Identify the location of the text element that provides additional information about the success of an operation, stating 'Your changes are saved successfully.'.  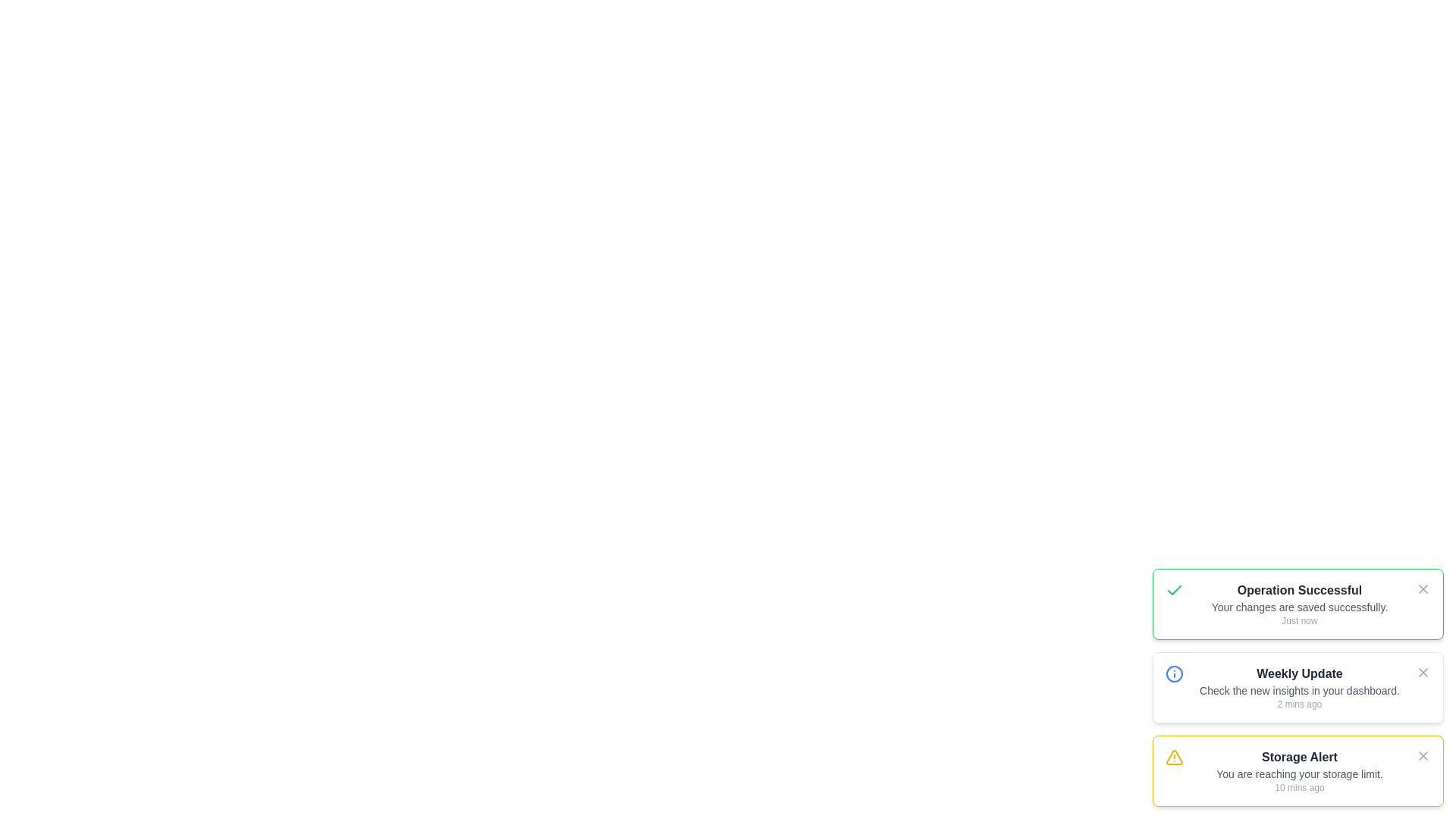
(1298, 607).